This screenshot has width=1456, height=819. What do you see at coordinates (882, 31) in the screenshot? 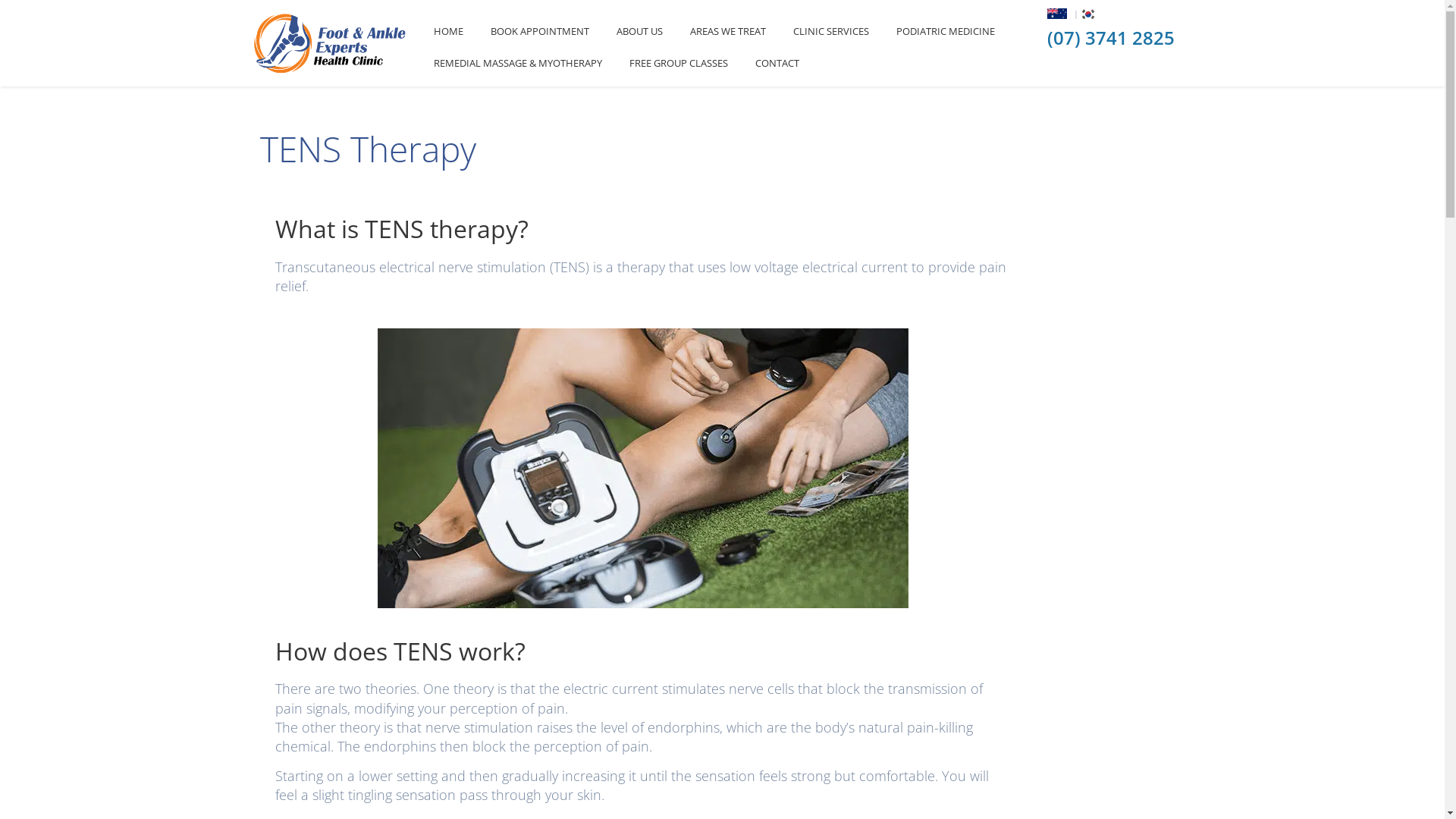
I see `'PODIATRIC MEDICINE'` at bounding box center [882, 31].